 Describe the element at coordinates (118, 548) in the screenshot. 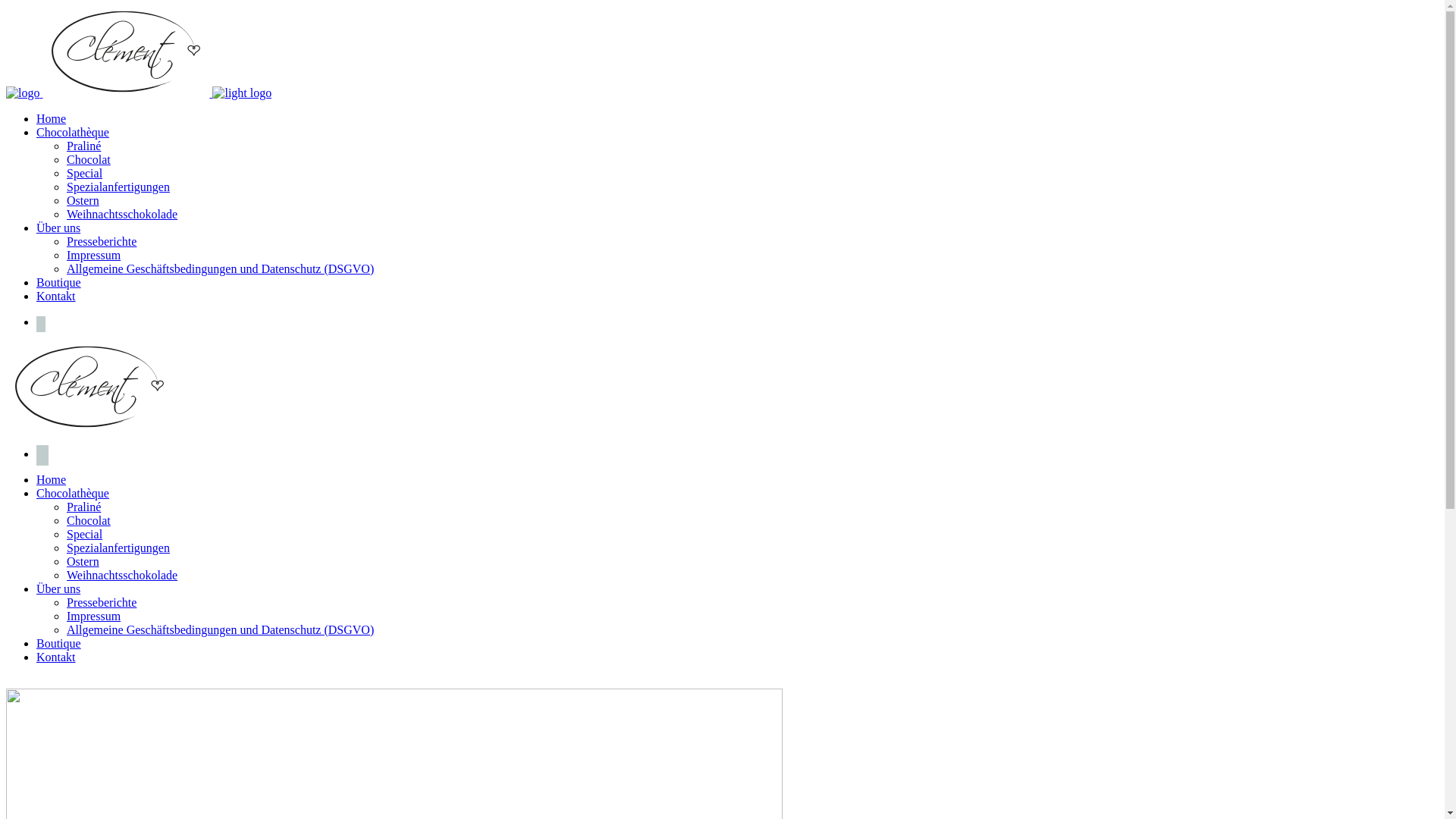

I see `'Spezialanfertigungen'` at that location.